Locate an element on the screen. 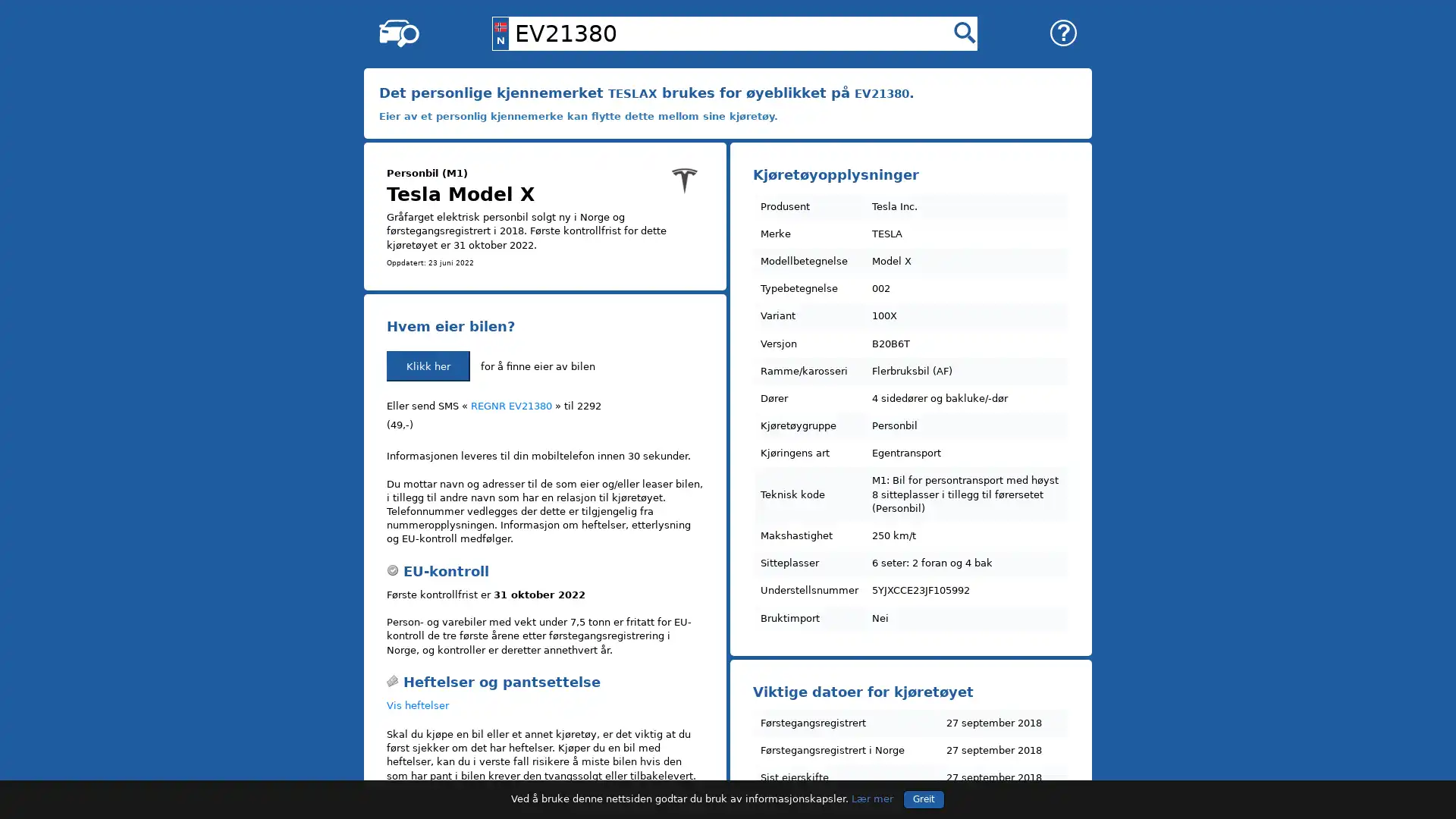  Greit is located at coordinates (923, 798).